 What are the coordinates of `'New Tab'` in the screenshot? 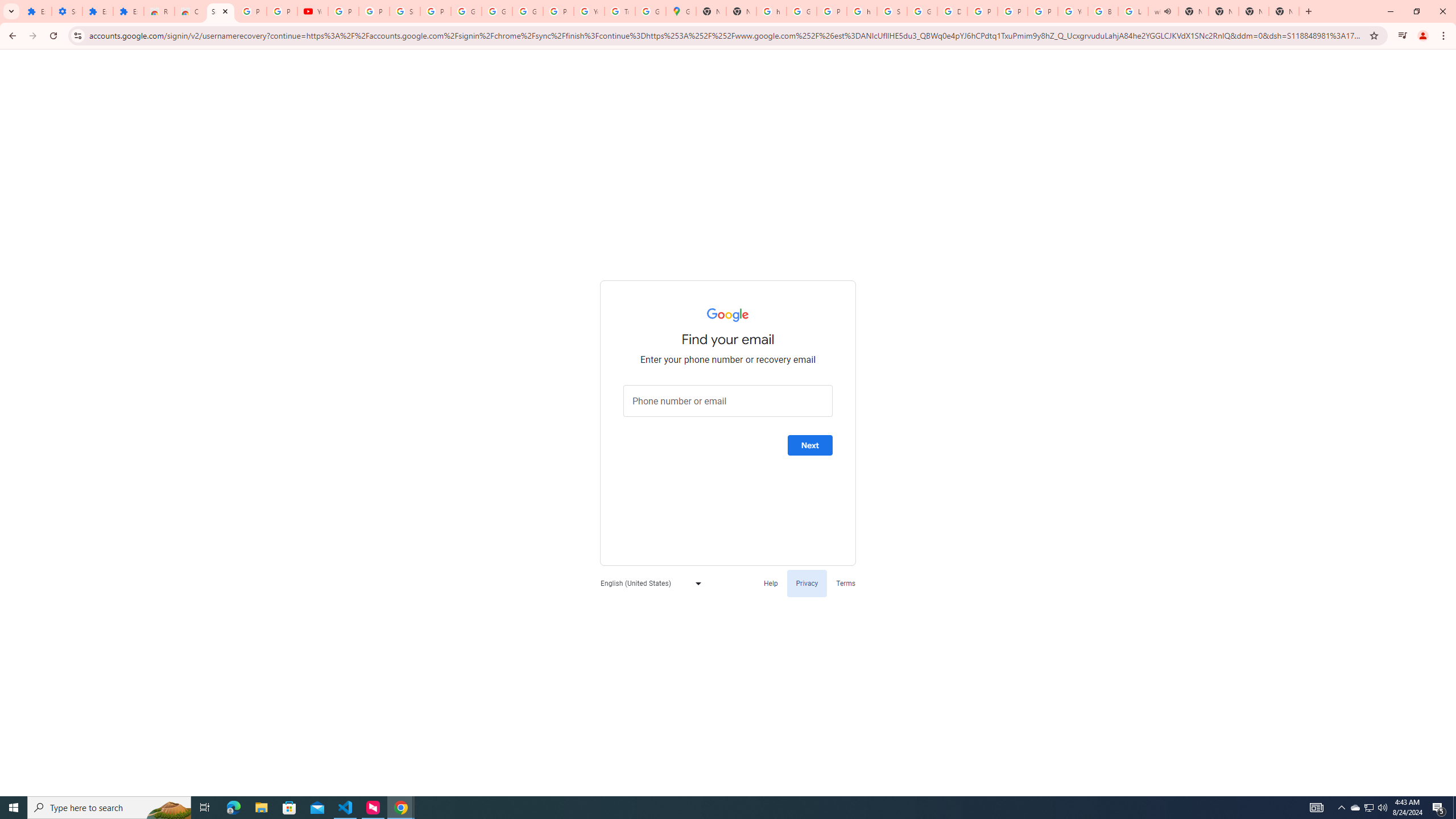 It's located at (1284, 11).